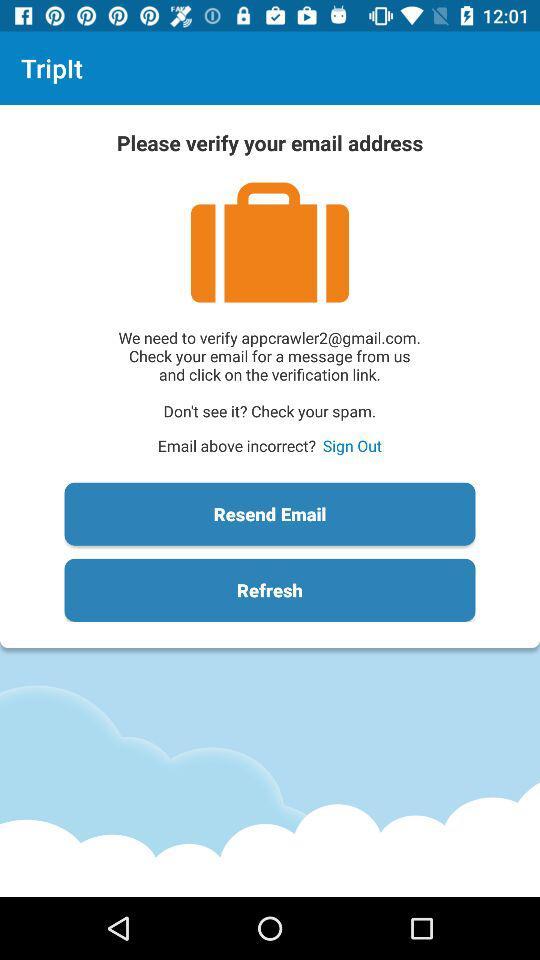 The width and height of the screenshot is (540, 960). Describe the element at coordinates (351, 445) in the screenshot. I see `icon below we need to icon` at that location.